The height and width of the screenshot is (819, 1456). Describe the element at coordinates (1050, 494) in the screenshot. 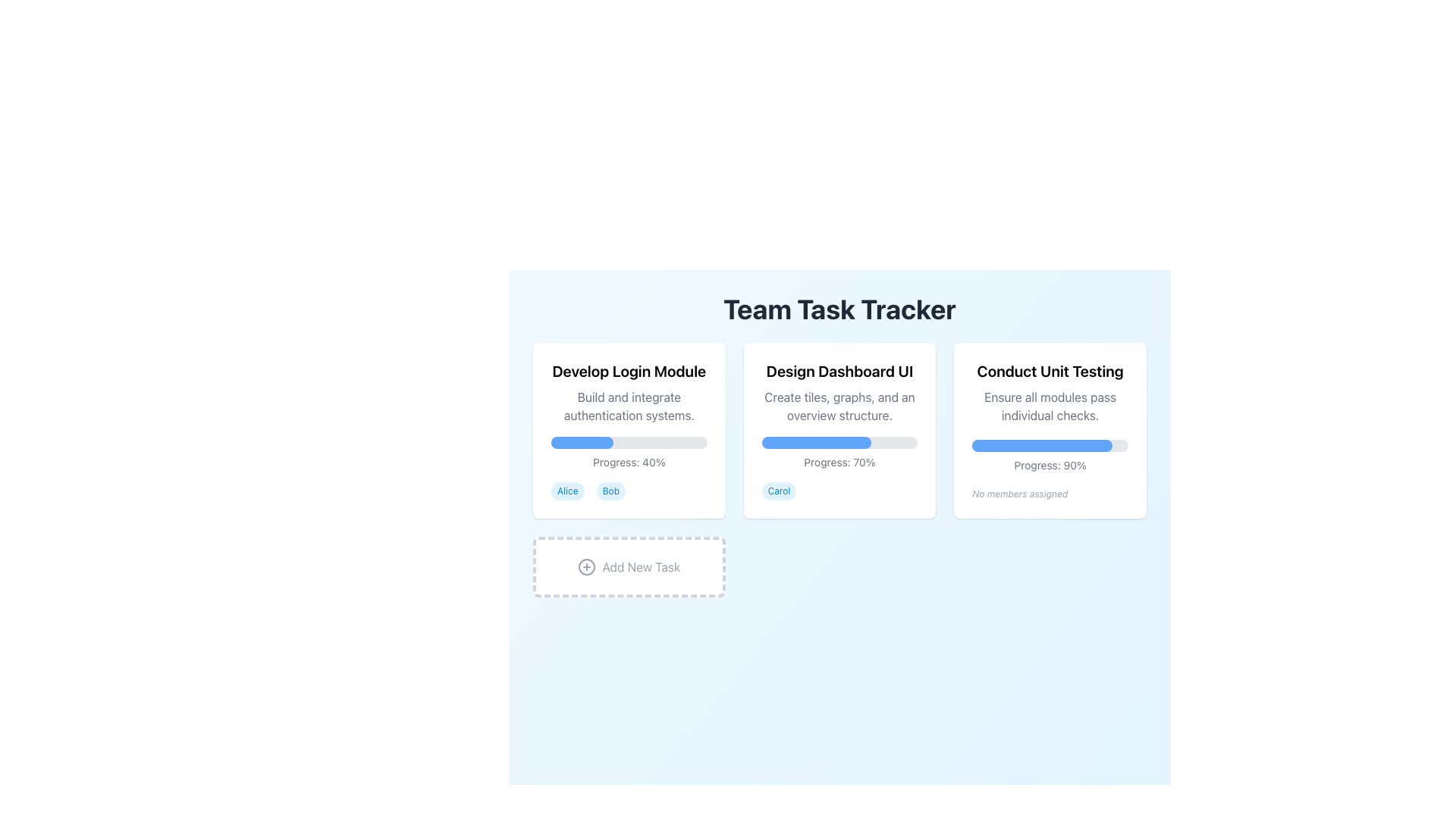

I see `the text label displaying 'No members assigned', which is located at the bottom of the 'Conduct Unit Testing' card, aligned with the left margin` at that location.